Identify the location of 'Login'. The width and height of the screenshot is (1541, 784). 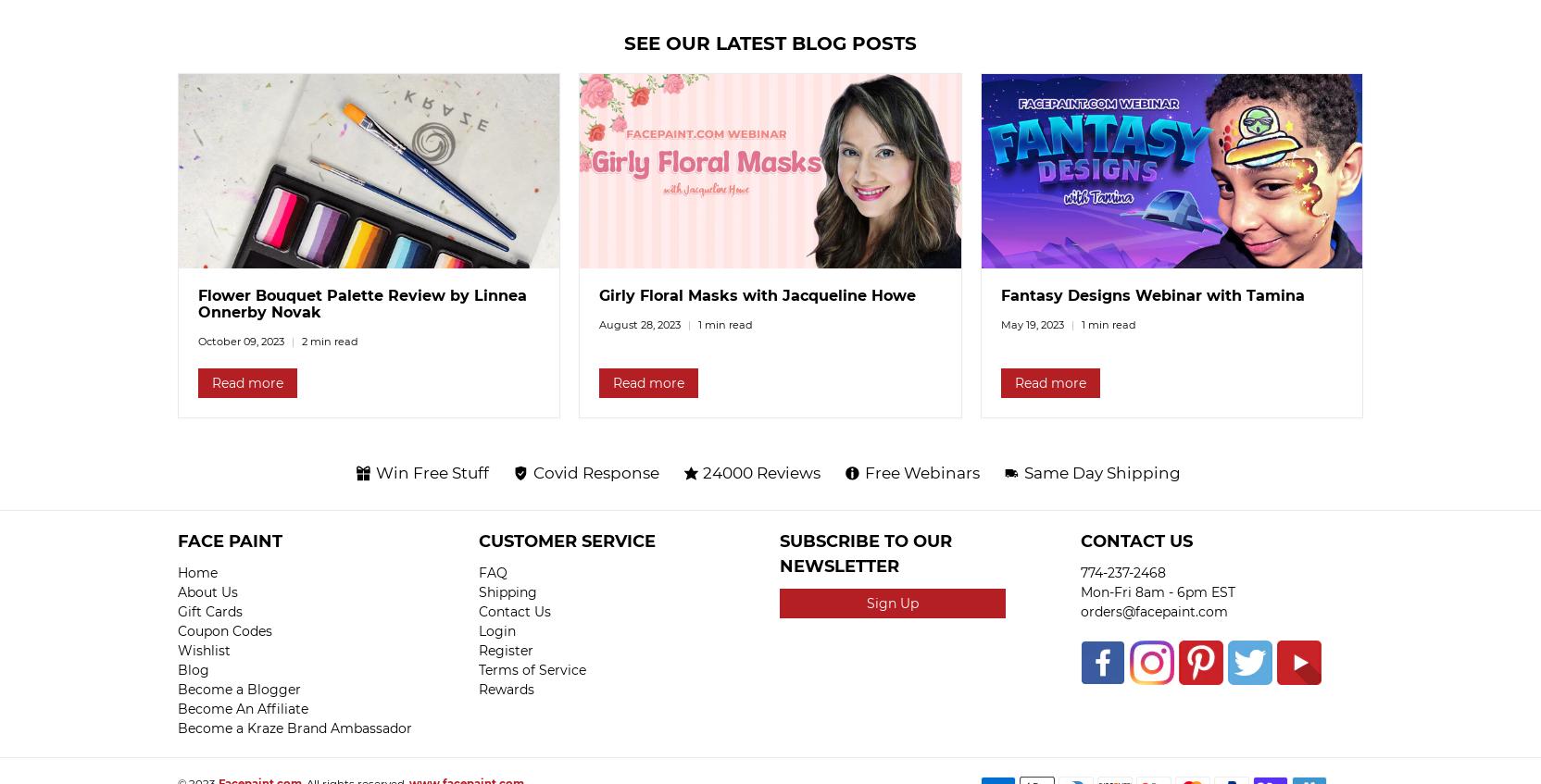
(496, 631).